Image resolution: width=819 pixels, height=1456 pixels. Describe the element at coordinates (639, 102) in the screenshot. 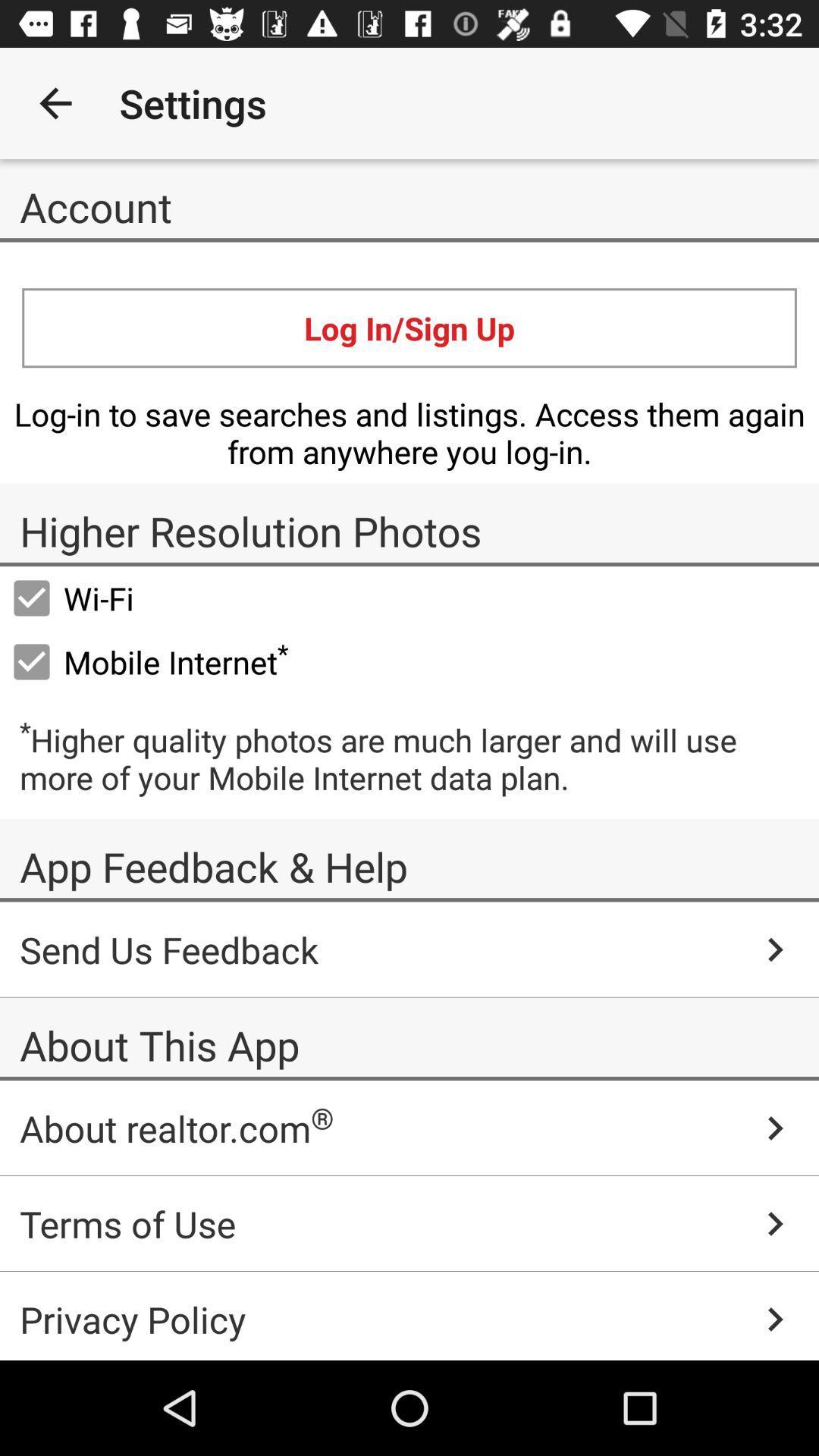

I see `the icon next to settings` at that location.